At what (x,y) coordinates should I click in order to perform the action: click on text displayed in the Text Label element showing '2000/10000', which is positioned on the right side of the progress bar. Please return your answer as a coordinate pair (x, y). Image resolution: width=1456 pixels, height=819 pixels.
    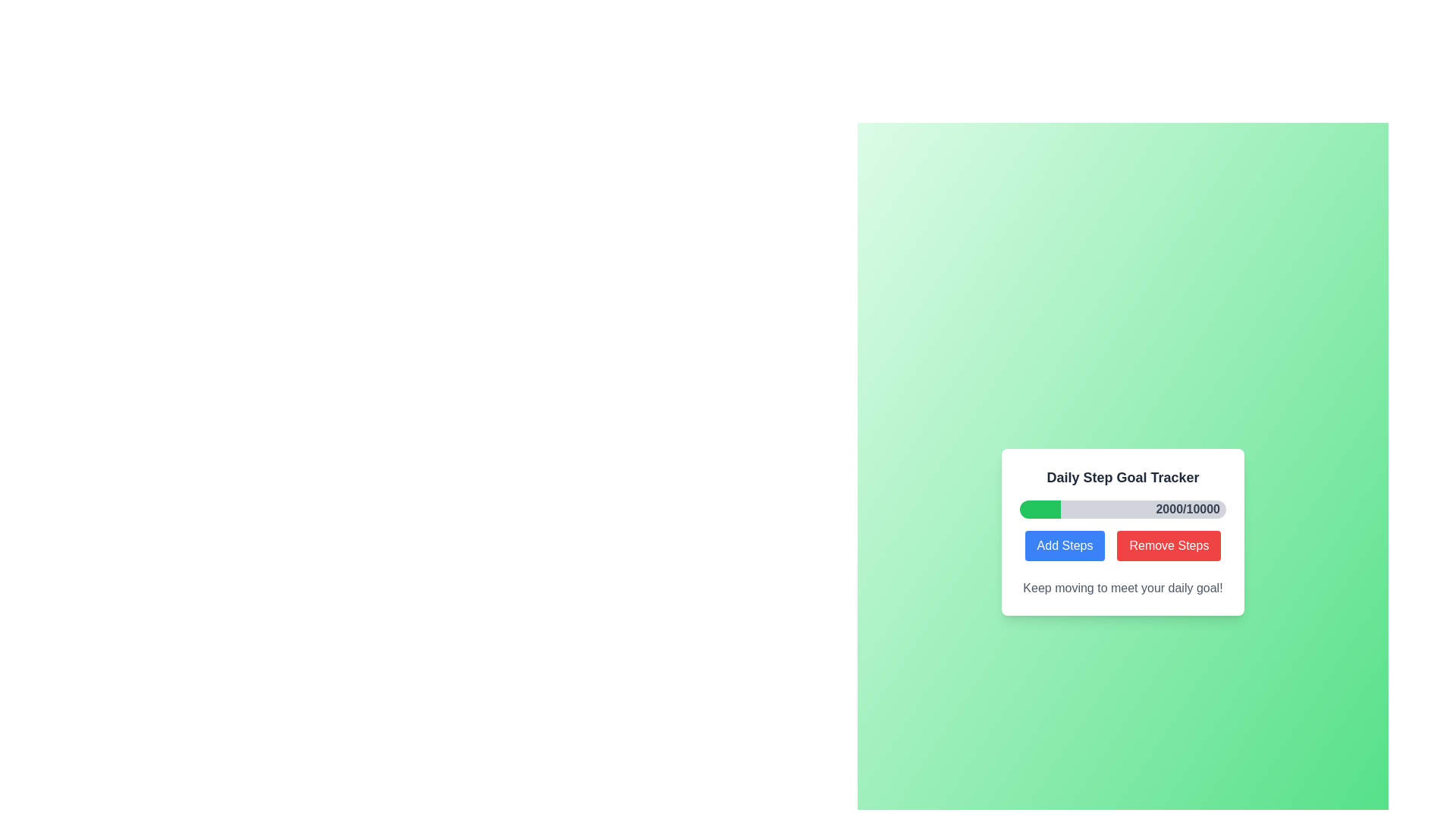
    Looking at the image, I should click on (1187, 509).